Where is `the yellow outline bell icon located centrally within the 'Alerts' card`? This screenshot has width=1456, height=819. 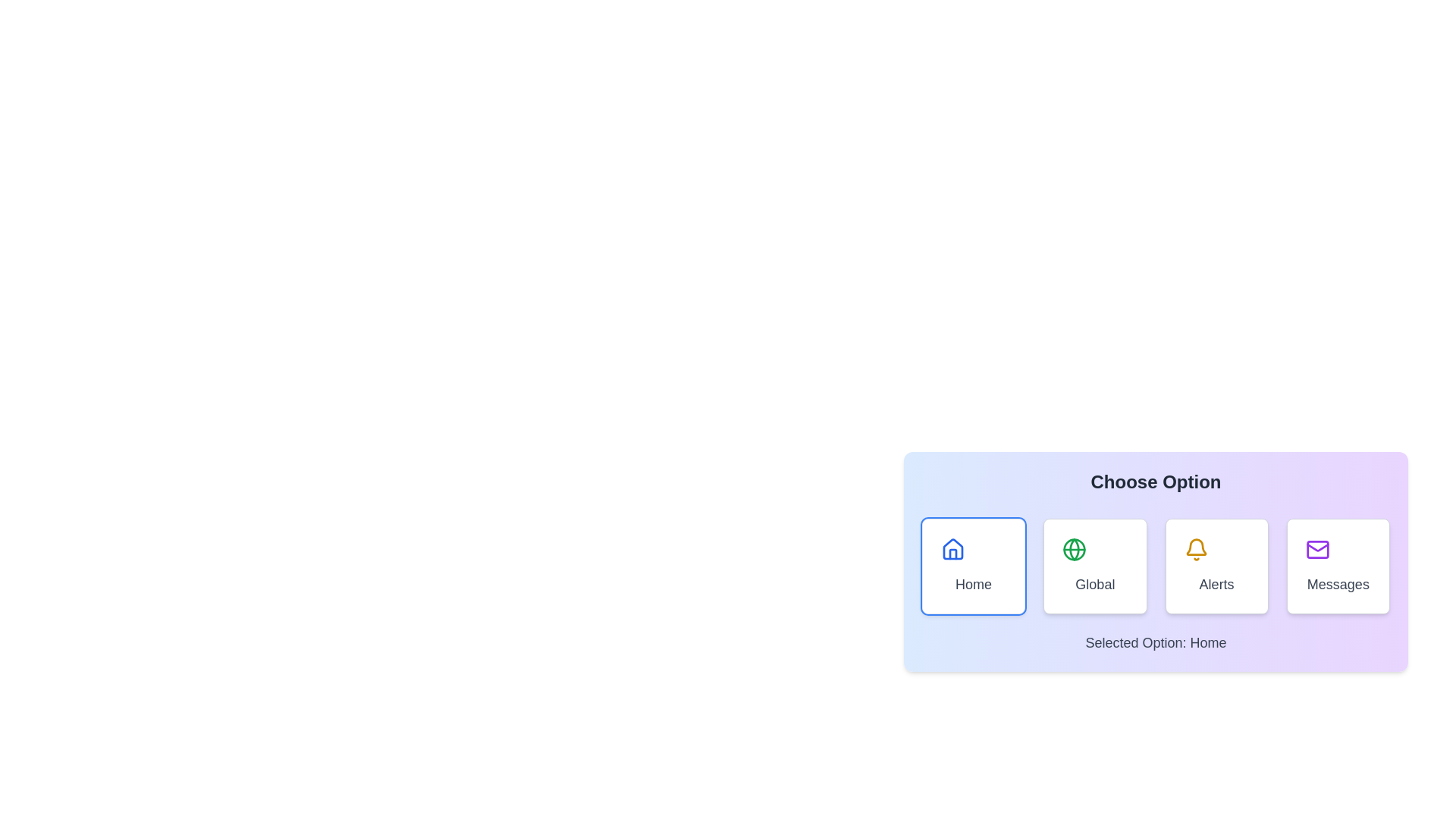
the yellow outline bell icon located centrally within the 'Alerts' card is located at coordinates (1195, 550).